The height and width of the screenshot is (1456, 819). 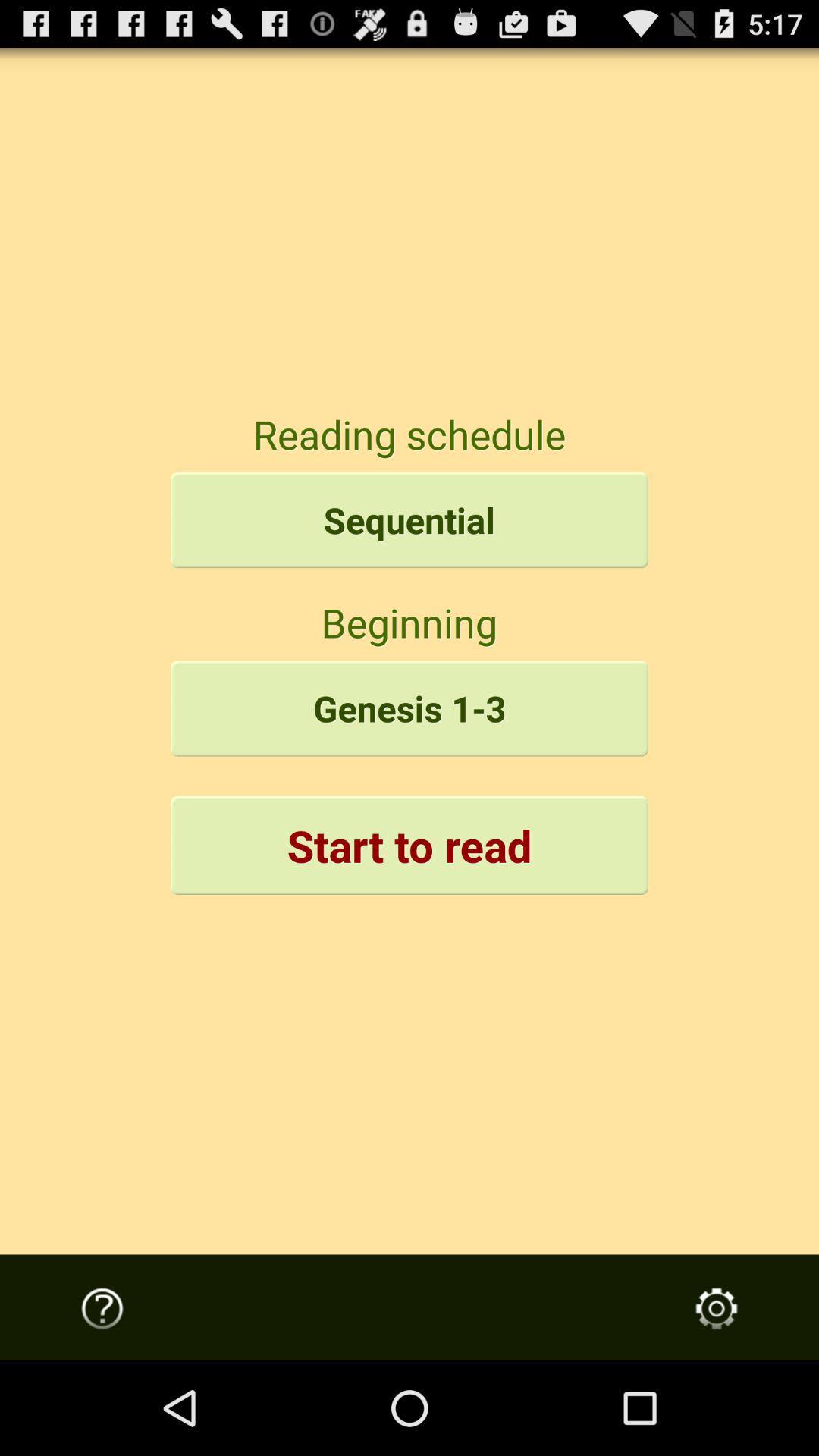 What do you see at coordinates (102, 1307) in the screenshot?
I see `the icon at the bottom left corner` at bounding box center [102, 1307].